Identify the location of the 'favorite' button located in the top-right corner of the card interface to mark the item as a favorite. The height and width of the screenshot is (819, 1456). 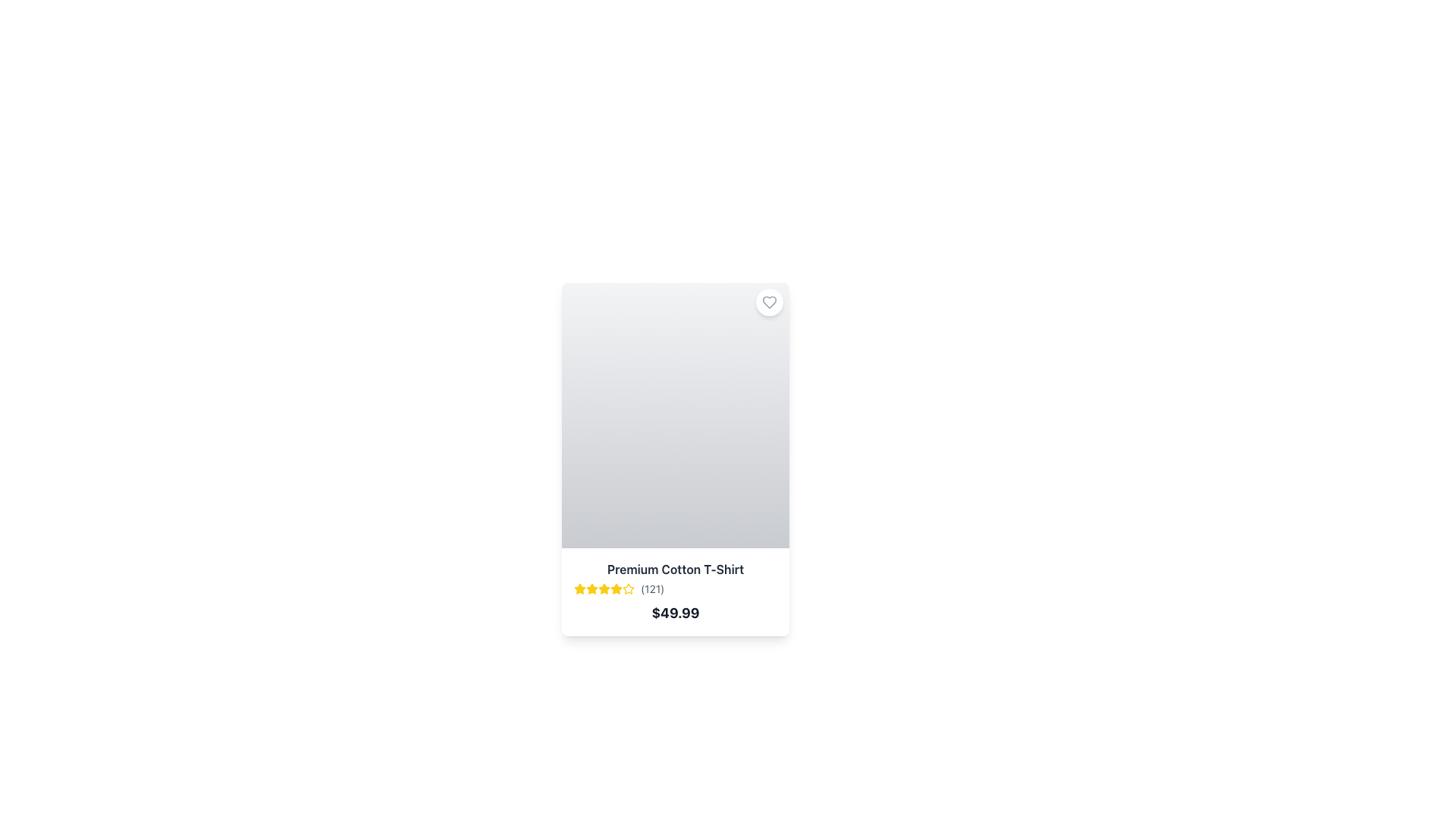
(769, 302).